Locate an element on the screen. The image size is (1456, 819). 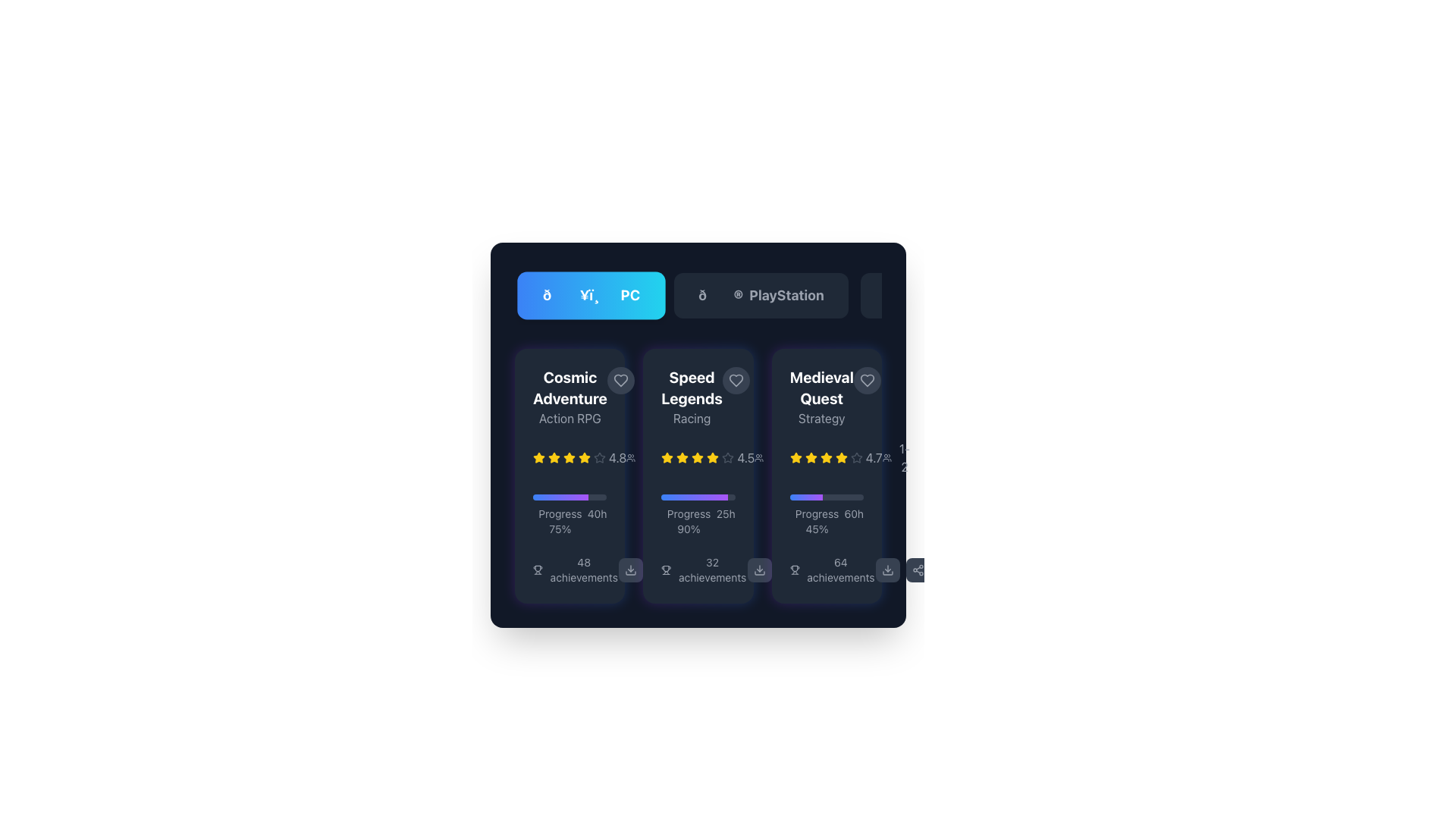
the static text label that indicates the genre for the 'Speed Legends' game, located below the title within the content card is located at coordinates (691, 418).